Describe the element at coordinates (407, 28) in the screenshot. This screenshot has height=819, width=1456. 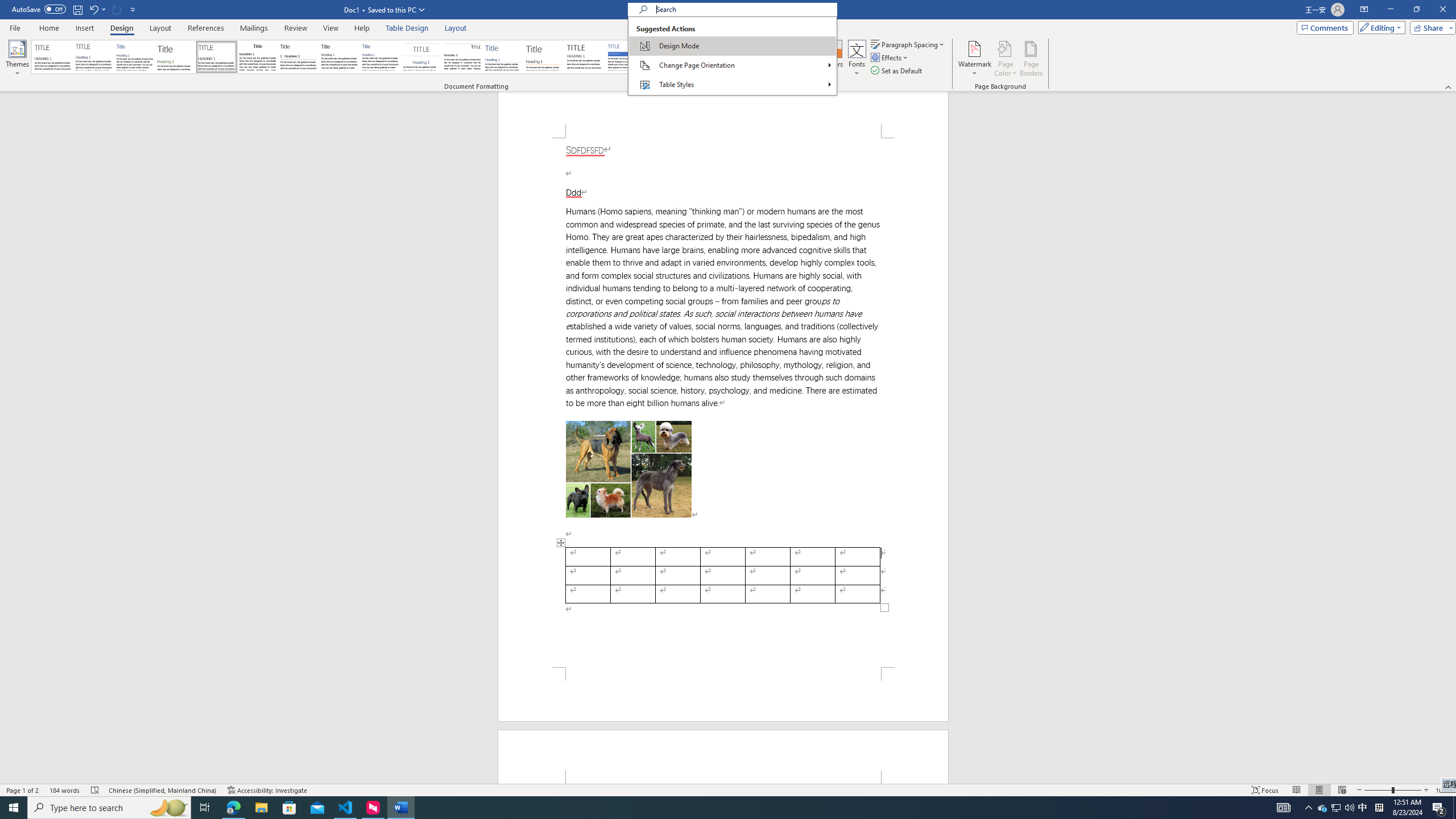
I see `'Table Design'` at that location.